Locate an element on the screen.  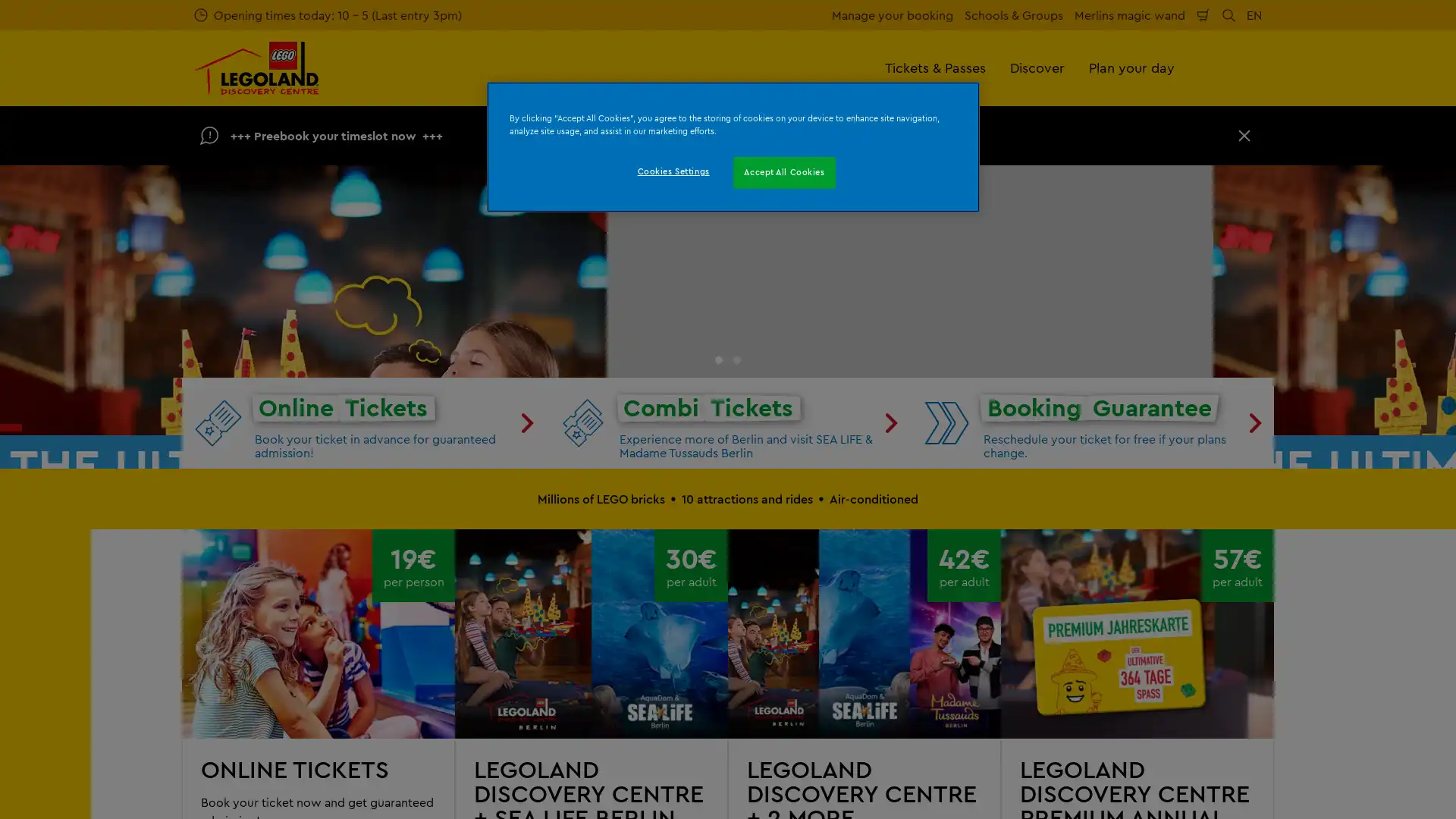
Tickets & Passes is located at coordinates (934, 67).